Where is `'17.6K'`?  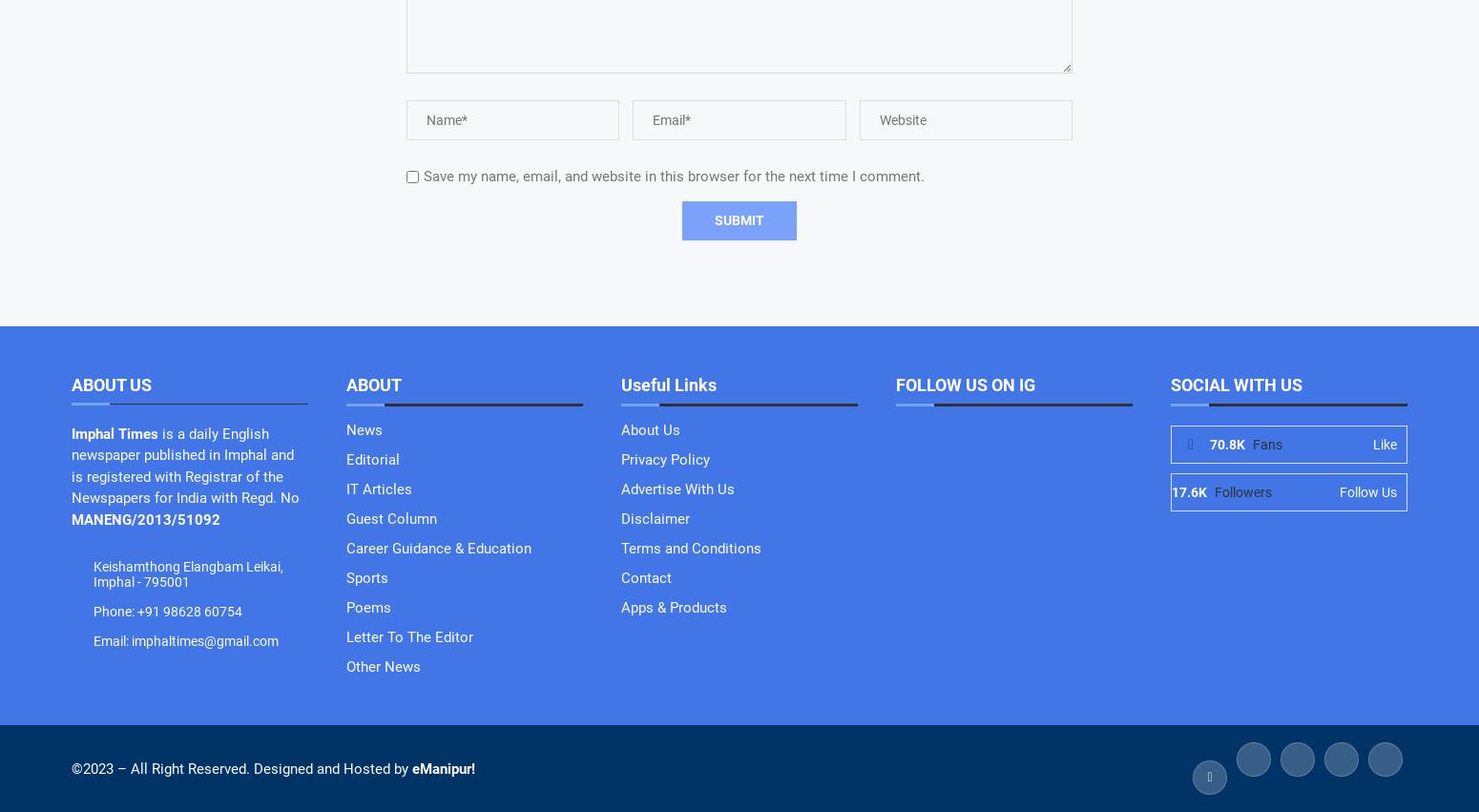
'17.6K' is located at coordinates (1188, 491).